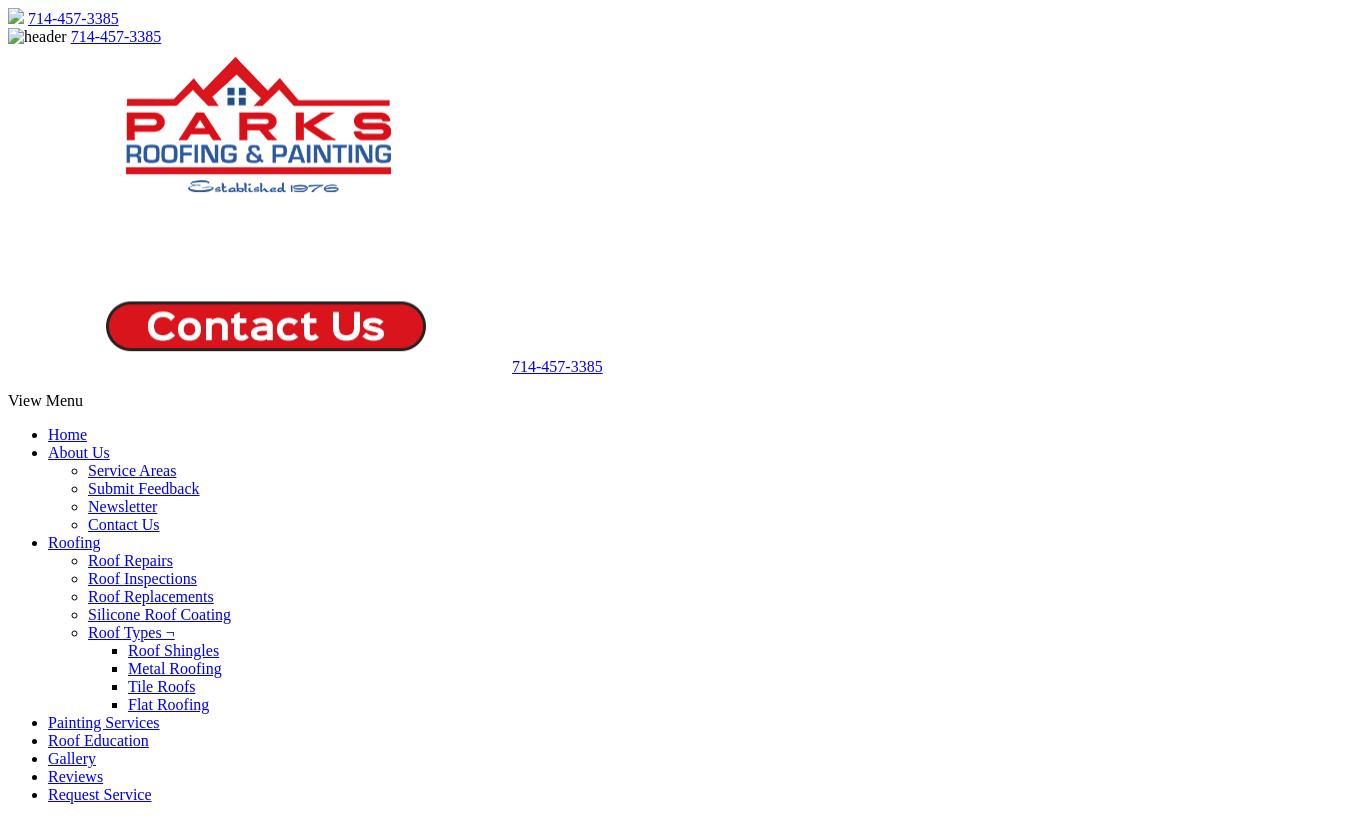  I want to click on 'Request Service', so click(98, 794).